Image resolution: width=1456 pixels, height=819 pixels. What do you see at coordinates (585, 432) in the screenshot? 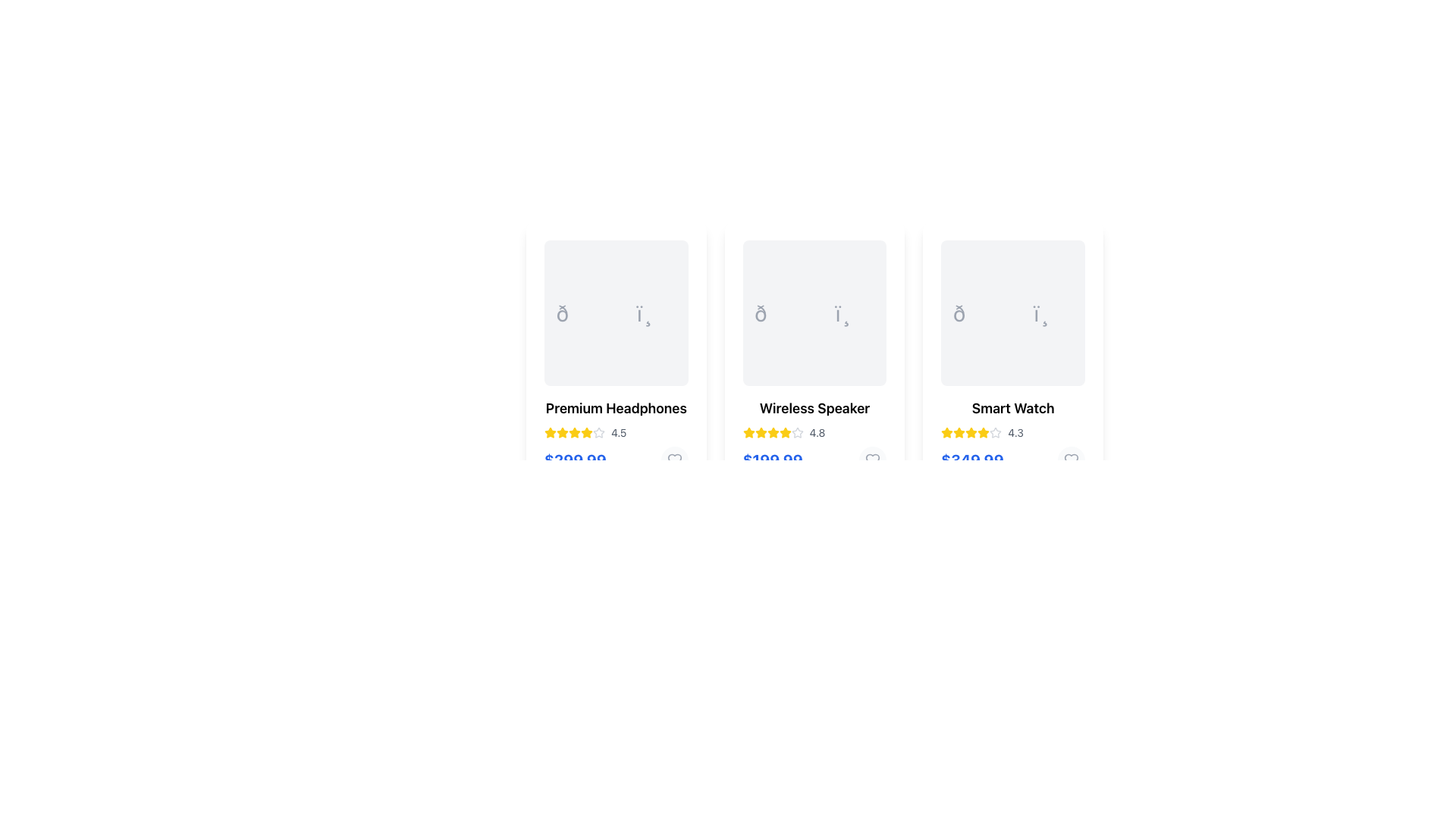
I see `yellow star icon located in the second position of the star rating for the 'Premium Headphones' product card` at bounding box center [585, 432].